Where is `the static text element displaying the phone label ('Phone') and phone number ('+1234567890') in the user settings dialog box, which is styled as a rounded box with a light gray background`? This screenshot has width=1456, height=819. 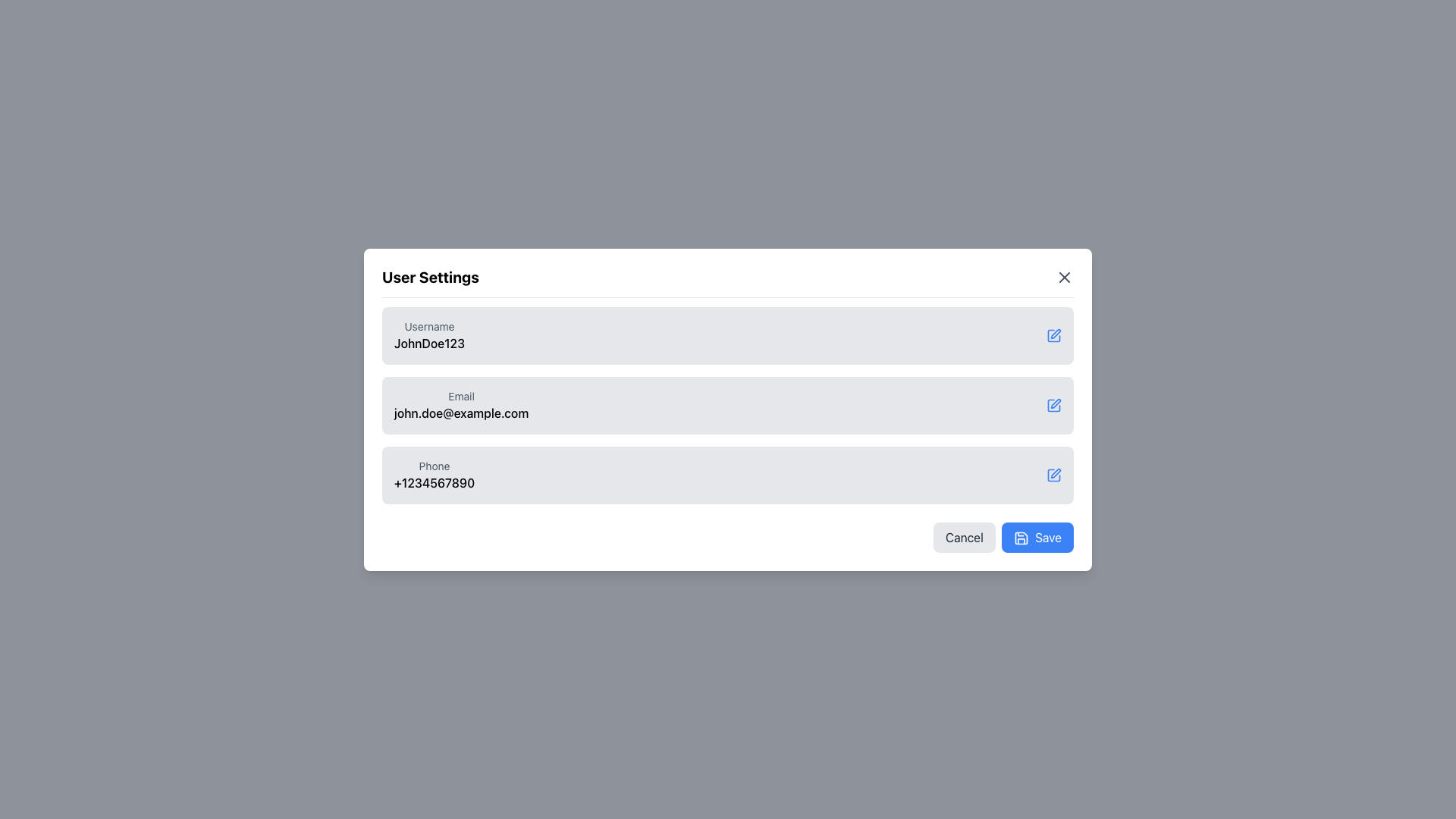
the static text element displaying the phone label ('Phone') and phone number ('+1234567890') in the user settings dialog box, which is styled as a rounded box with a light gray background is located at coordinates (434, 474).